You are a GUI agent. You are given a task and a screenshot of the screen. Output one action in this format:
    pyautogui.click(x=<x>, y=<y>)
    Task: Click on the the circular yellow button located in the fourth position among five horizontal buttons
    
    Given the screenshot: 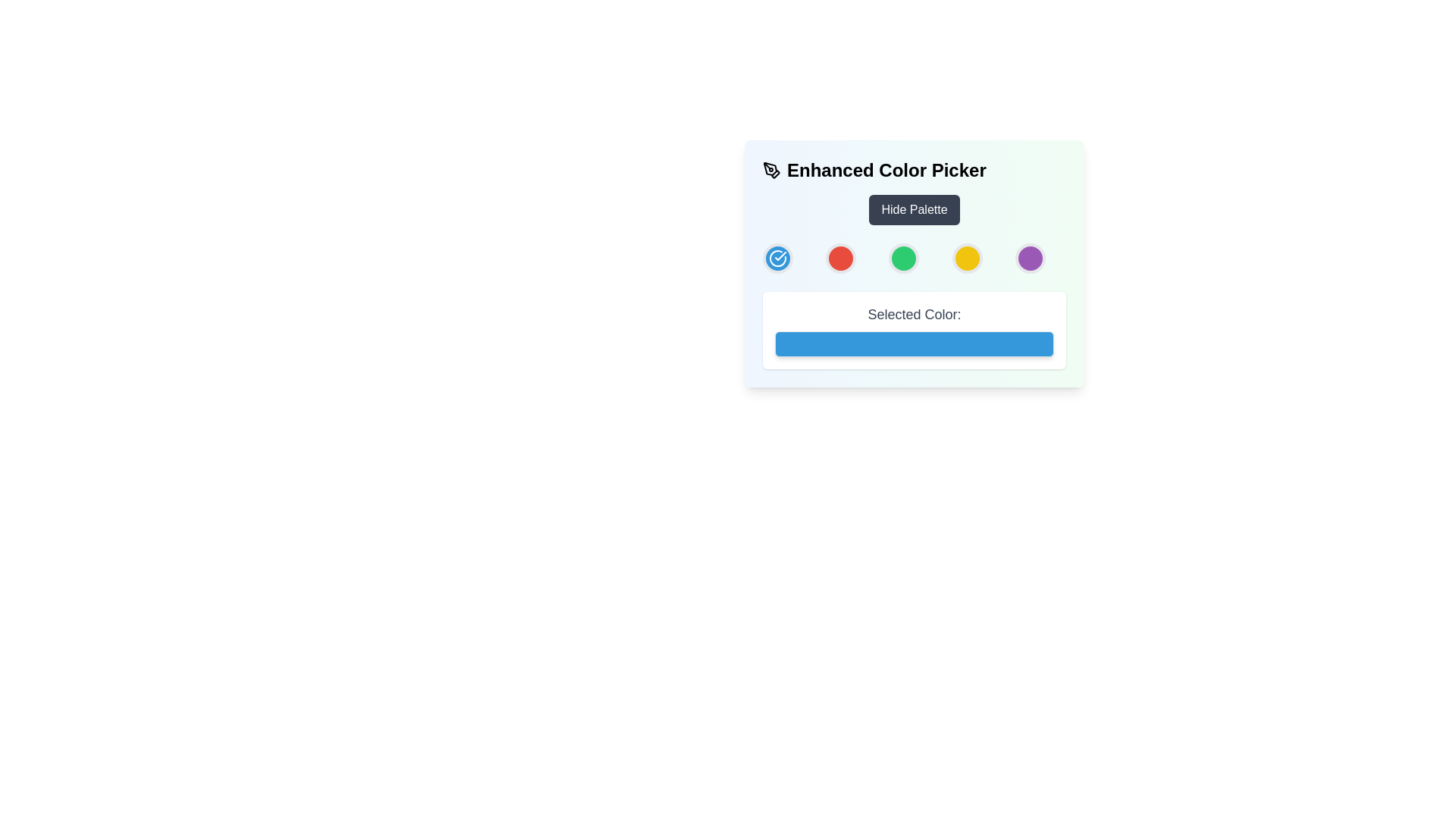 What is the action you would take?
    pyautogui.click(x=966, y=257)
    